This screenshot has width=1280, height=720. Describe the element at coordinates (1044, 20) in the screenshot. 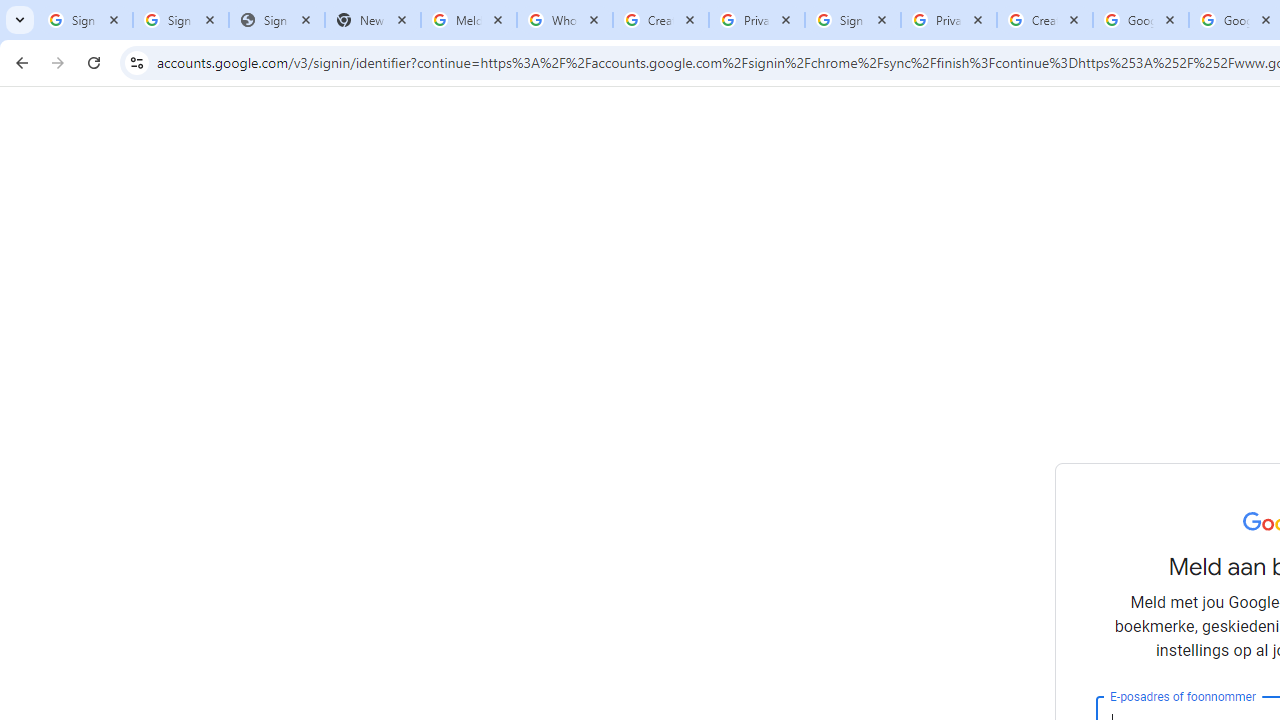

I see `'Create your Google Account'` at that location.